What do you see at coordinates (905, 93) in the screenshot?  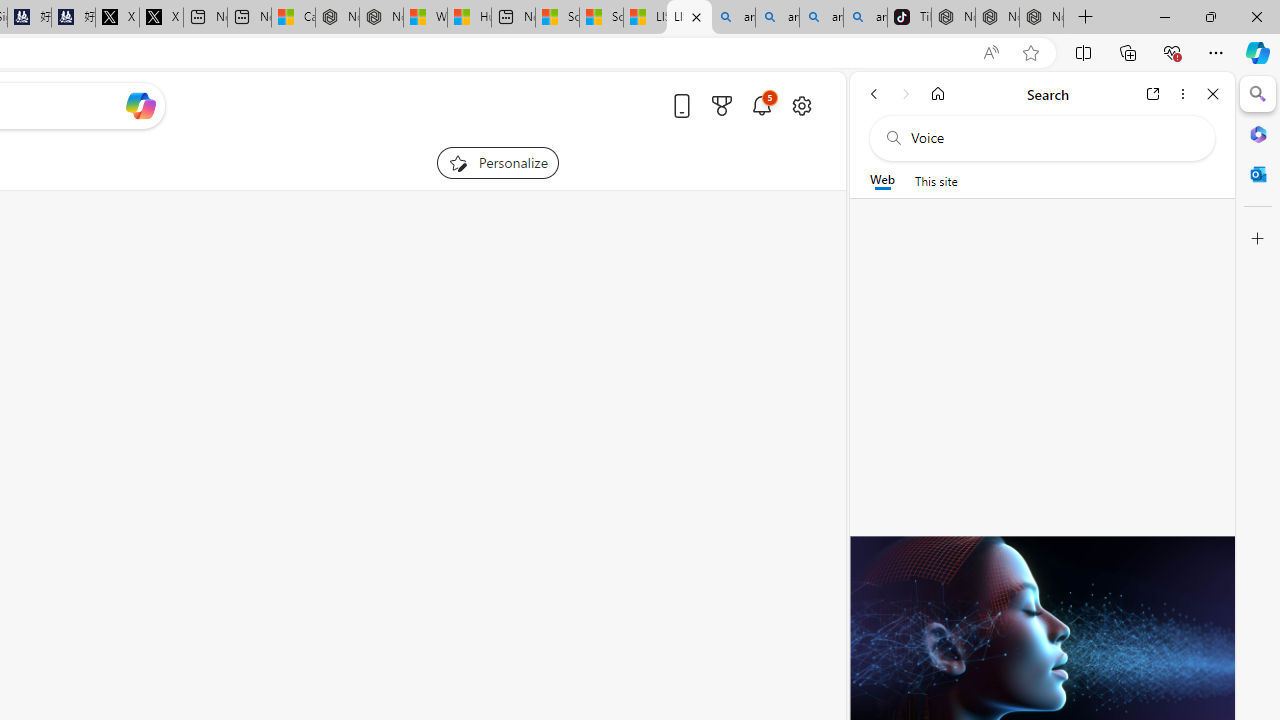 I see `'Forward'` at bounding box center [905, 93].